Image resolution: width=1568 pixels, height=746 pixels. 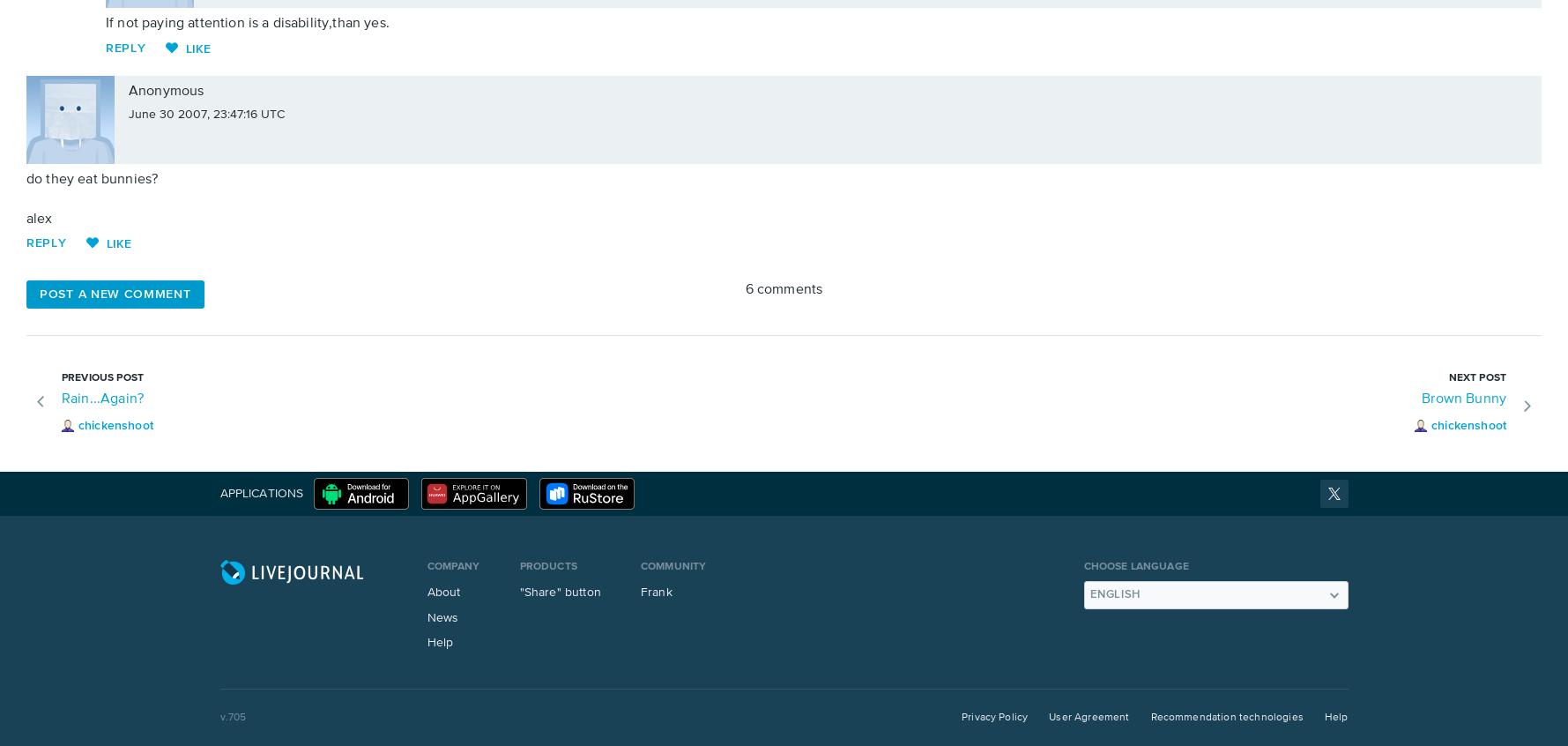 I want to click on 'PRODUCTS', so click(x=546, y=566).